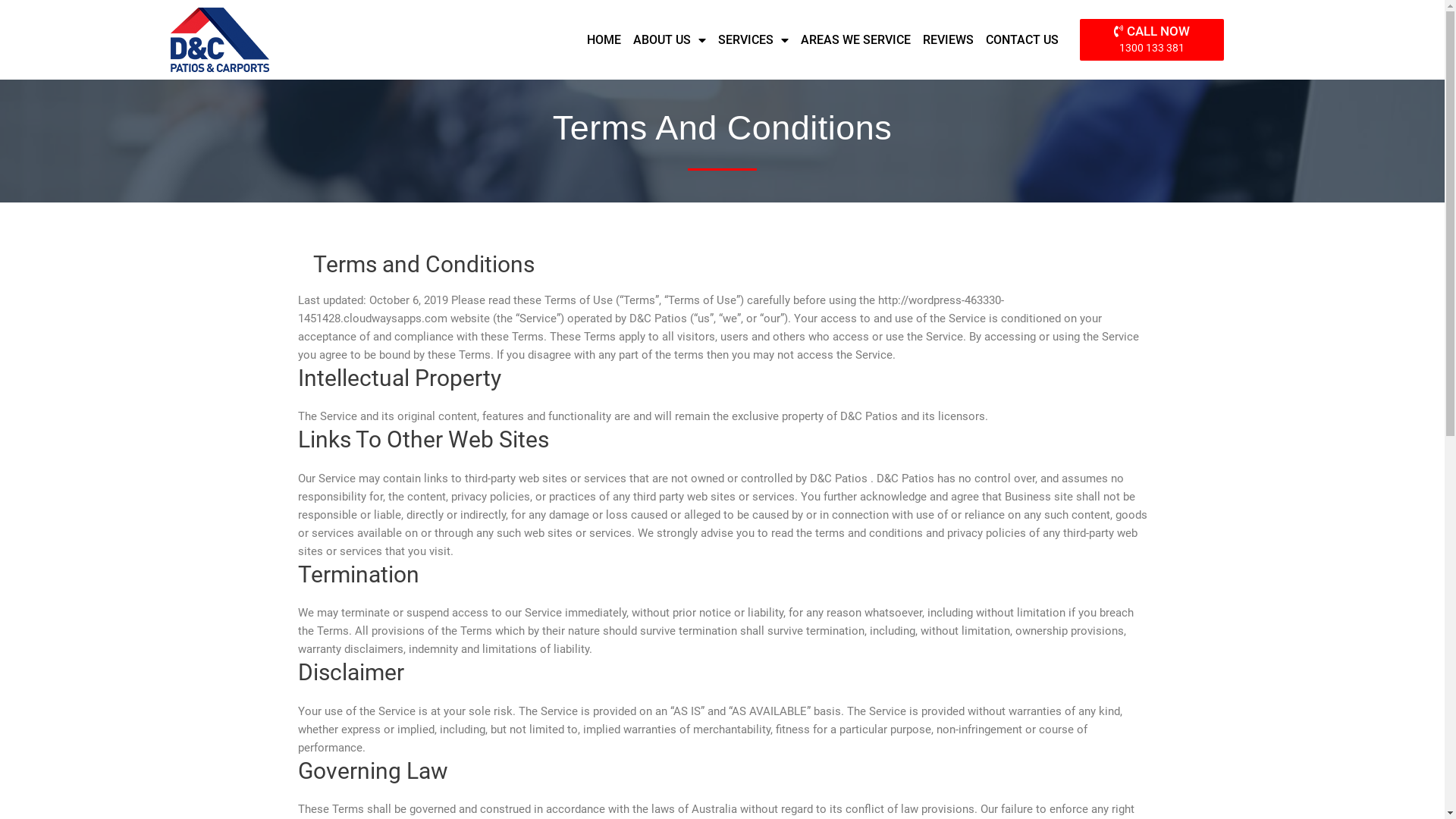  I want to click on 'AREAS WE SERVICE', so click(855, 38).